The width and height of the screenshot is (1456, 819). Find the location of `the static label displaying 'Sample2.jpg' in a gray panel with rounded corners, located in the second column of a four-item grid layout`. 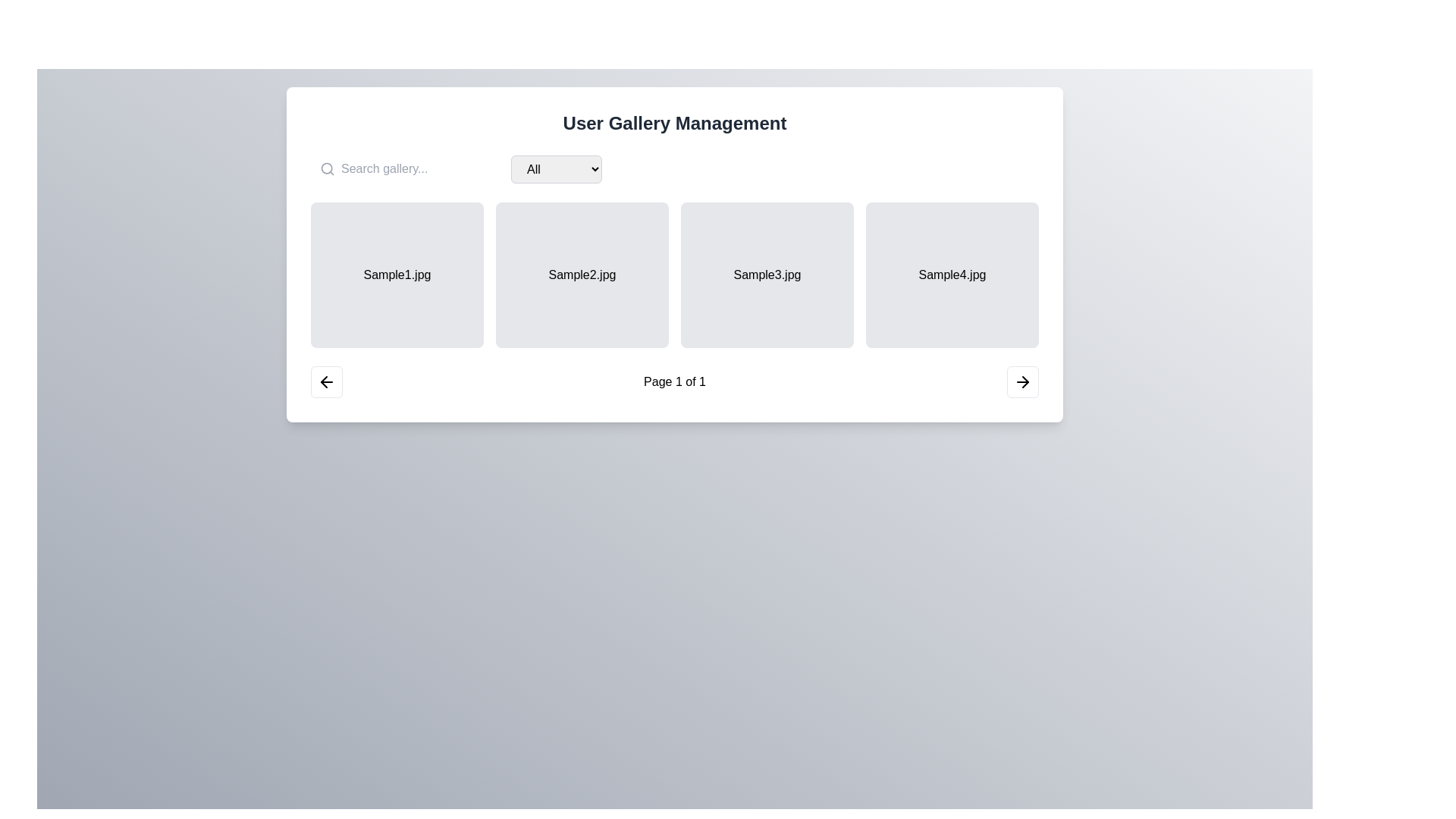

the static label displaying 'Sample2.jpg' in a gray panel with rounded corners, located in the second column of a four-item grid layout is located at coordinates (582, 275).